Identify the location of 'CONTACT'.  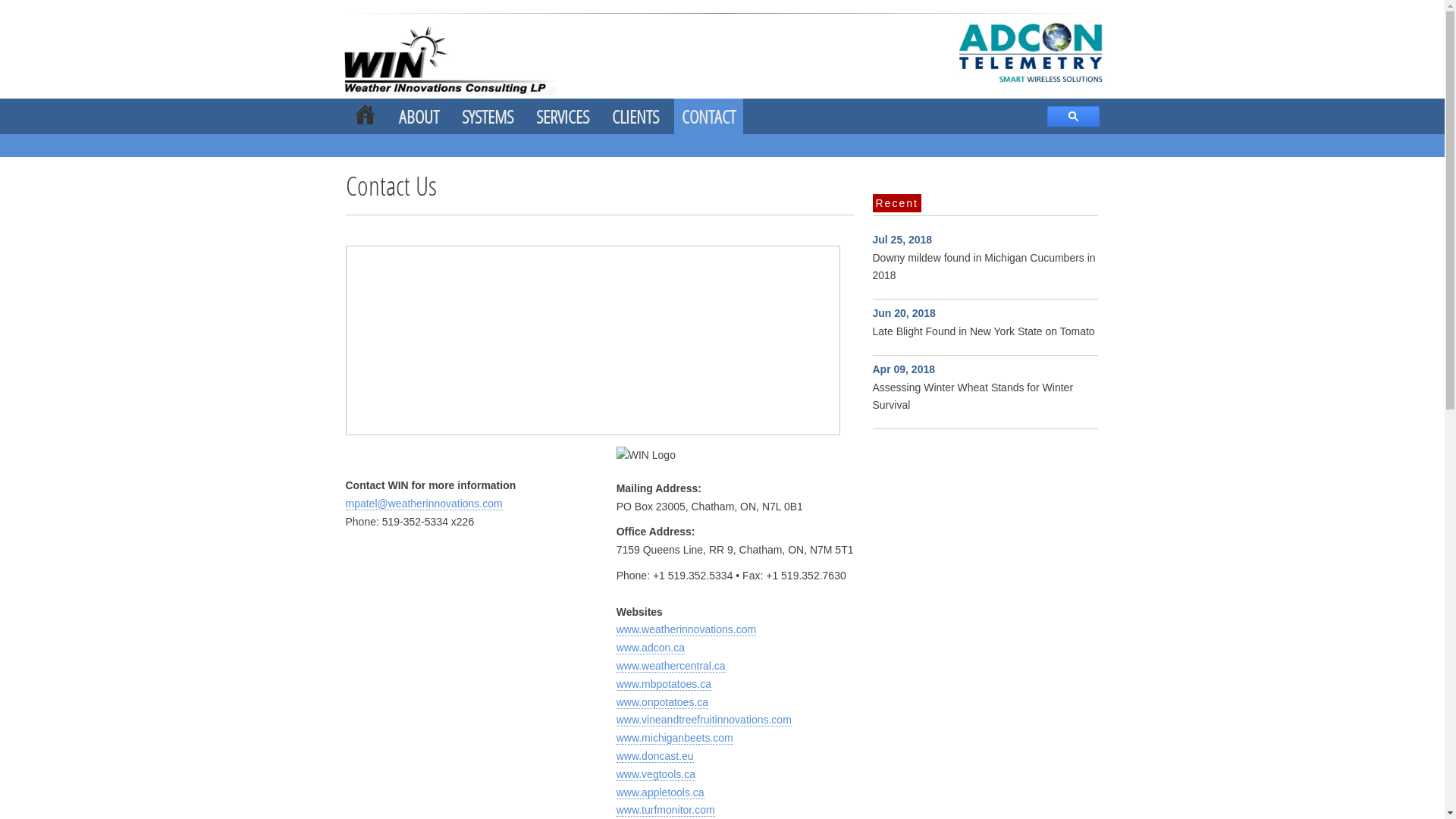
(707, 115).